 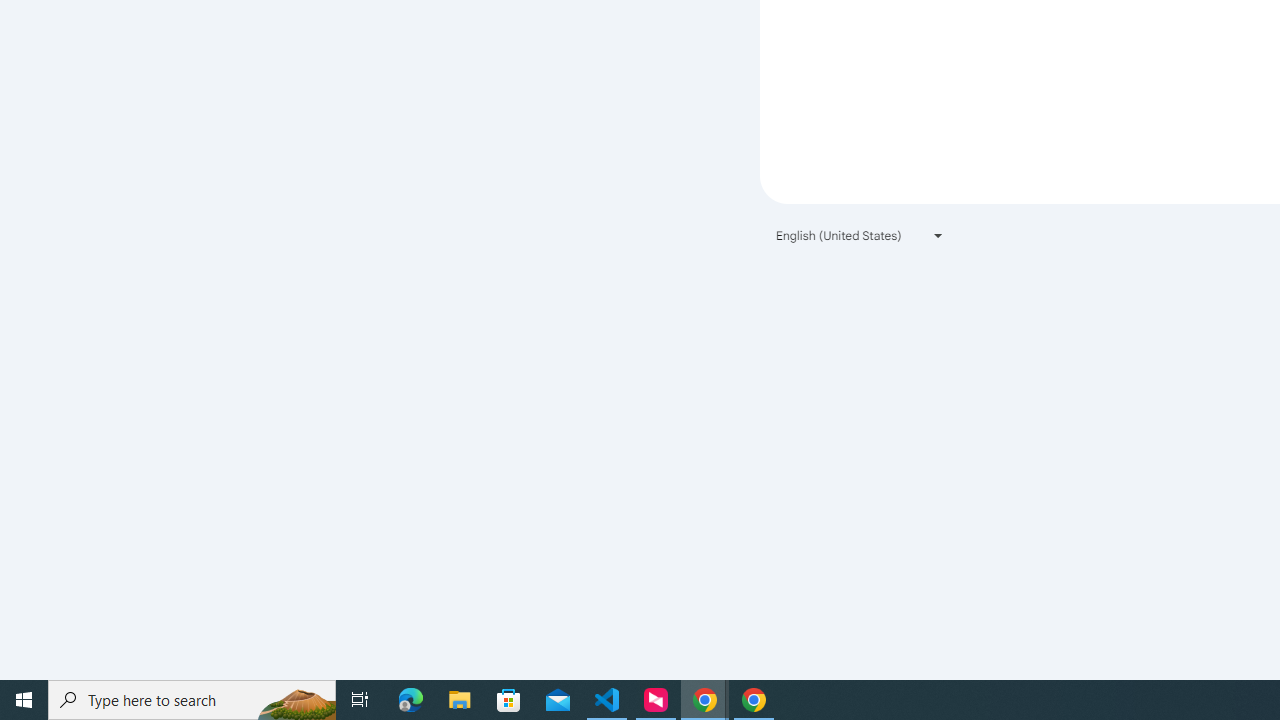 What do you see at coordinates (860, 234) in the screenshot?
I see `'English (United States)'` at bounding box center [860, 234].